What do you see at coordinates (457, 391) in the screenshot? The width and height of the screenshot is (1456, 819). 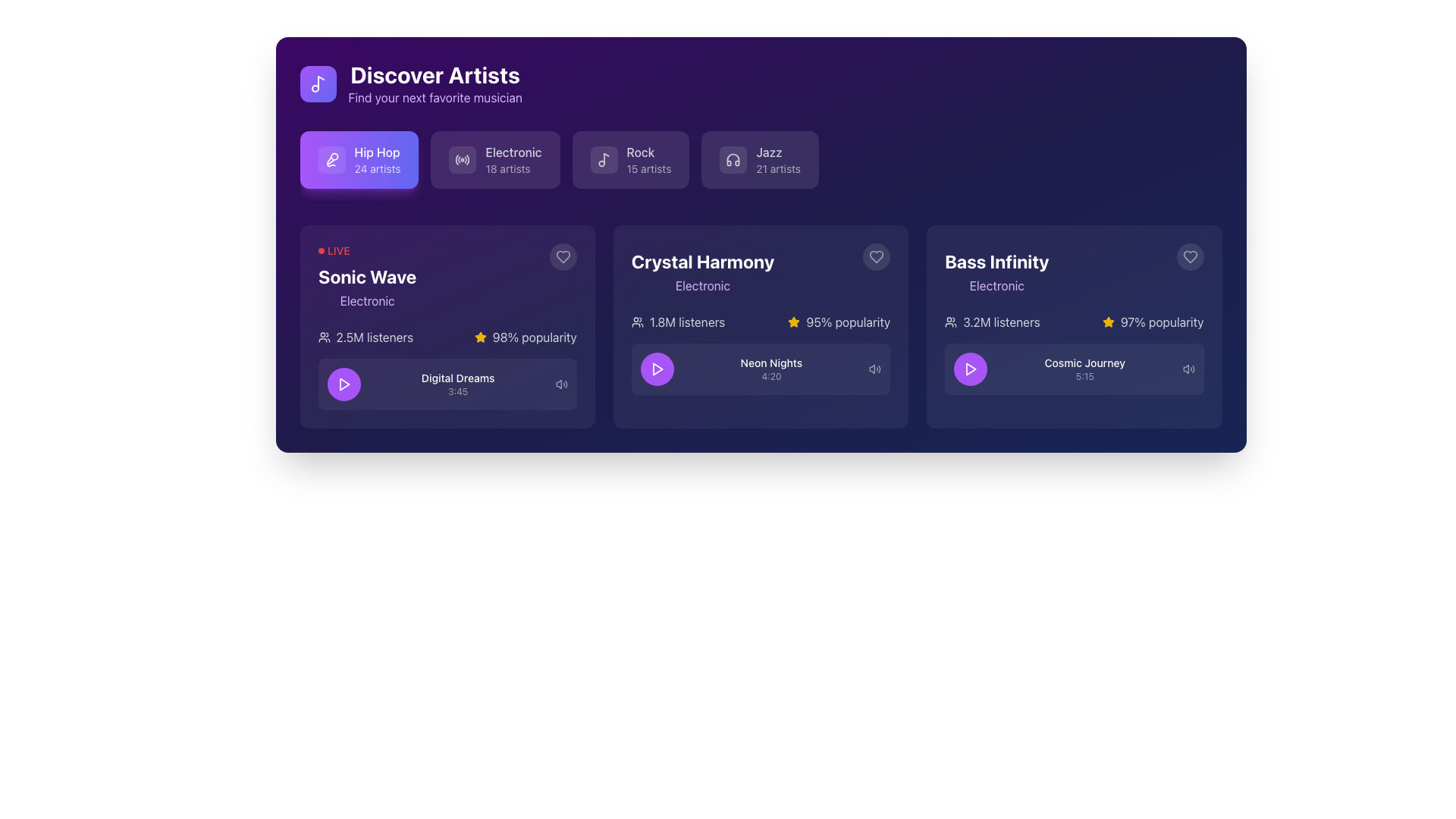 I see `the text label displaying '3:45' in light gray font, located below 'Digital Dreams' in the card for 'Sonic Wave'` at bounding box center [457, 391].